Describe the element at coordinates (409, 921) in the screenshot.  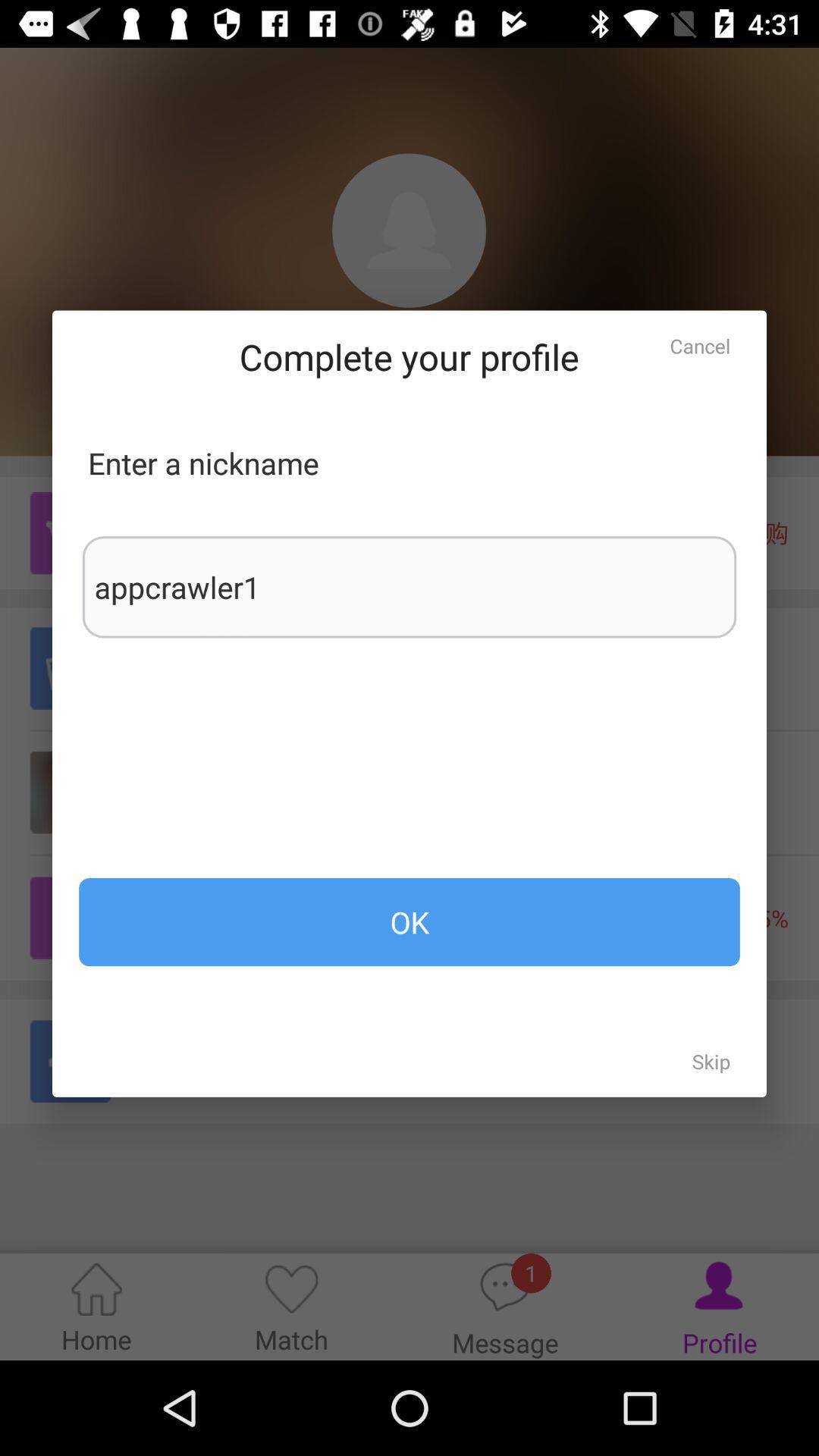
I see `icon above skip` at that location.